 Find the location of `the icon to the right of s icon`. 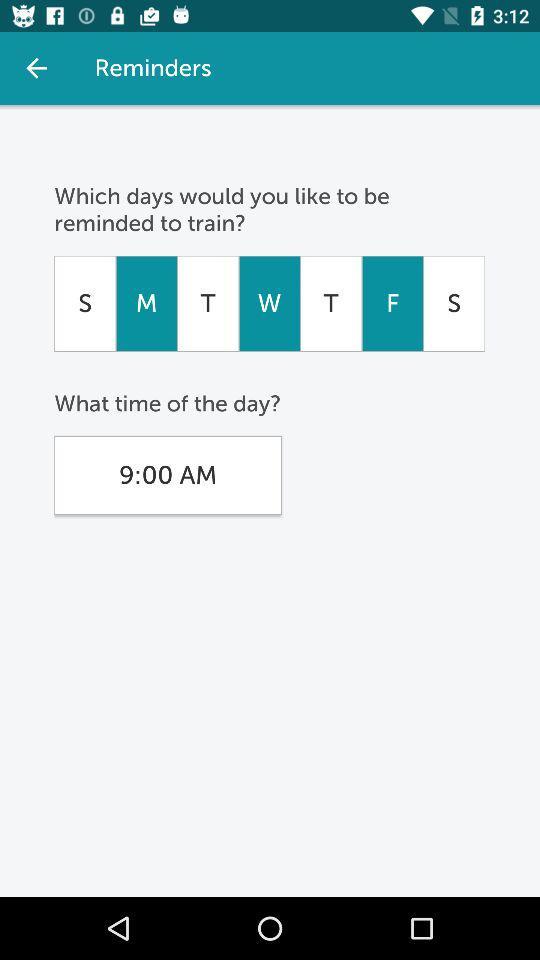

the icon to the right of s icon is located at coordinates (145, 303).